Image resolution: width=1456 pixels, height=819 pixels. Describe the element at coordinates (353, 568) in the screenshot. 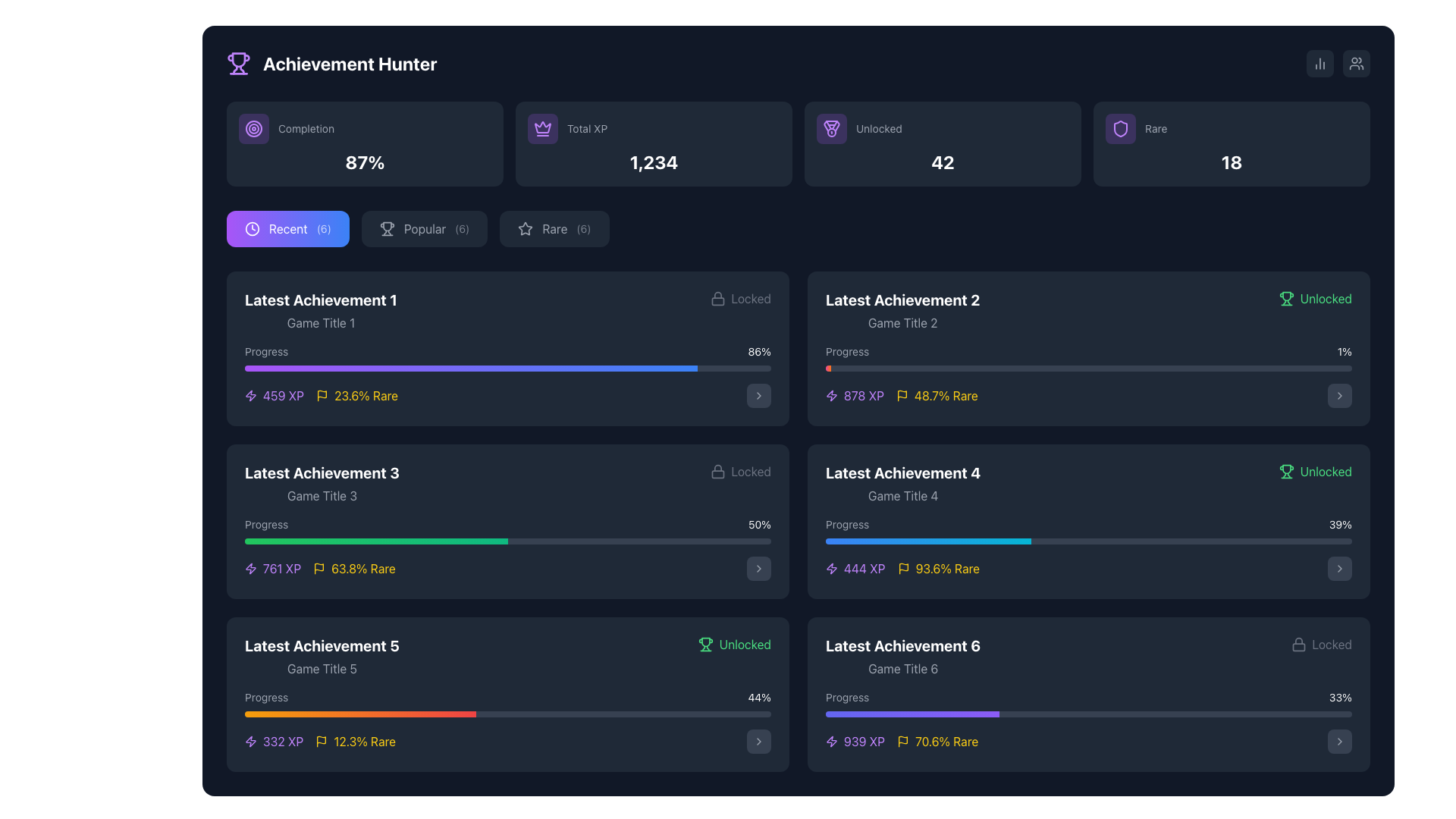

I see `the label displaying '63.8% Rare' with a yellow flag icon, which is styled in yellow and is to the right of '761 XP' in the achievement metrics row` at that location.